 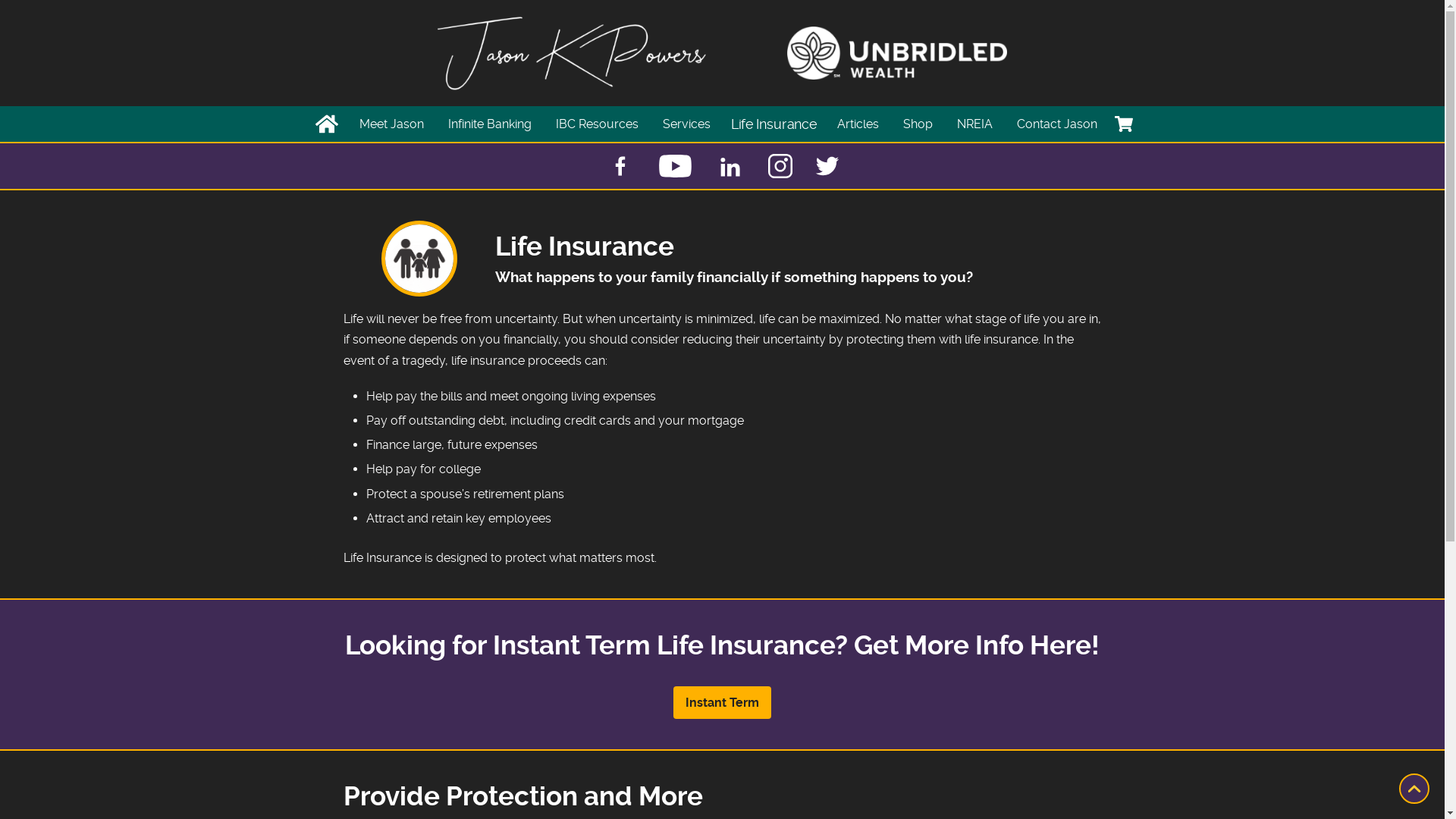 I want to click on 'Infinite Banking', so click(x=488, y=123).